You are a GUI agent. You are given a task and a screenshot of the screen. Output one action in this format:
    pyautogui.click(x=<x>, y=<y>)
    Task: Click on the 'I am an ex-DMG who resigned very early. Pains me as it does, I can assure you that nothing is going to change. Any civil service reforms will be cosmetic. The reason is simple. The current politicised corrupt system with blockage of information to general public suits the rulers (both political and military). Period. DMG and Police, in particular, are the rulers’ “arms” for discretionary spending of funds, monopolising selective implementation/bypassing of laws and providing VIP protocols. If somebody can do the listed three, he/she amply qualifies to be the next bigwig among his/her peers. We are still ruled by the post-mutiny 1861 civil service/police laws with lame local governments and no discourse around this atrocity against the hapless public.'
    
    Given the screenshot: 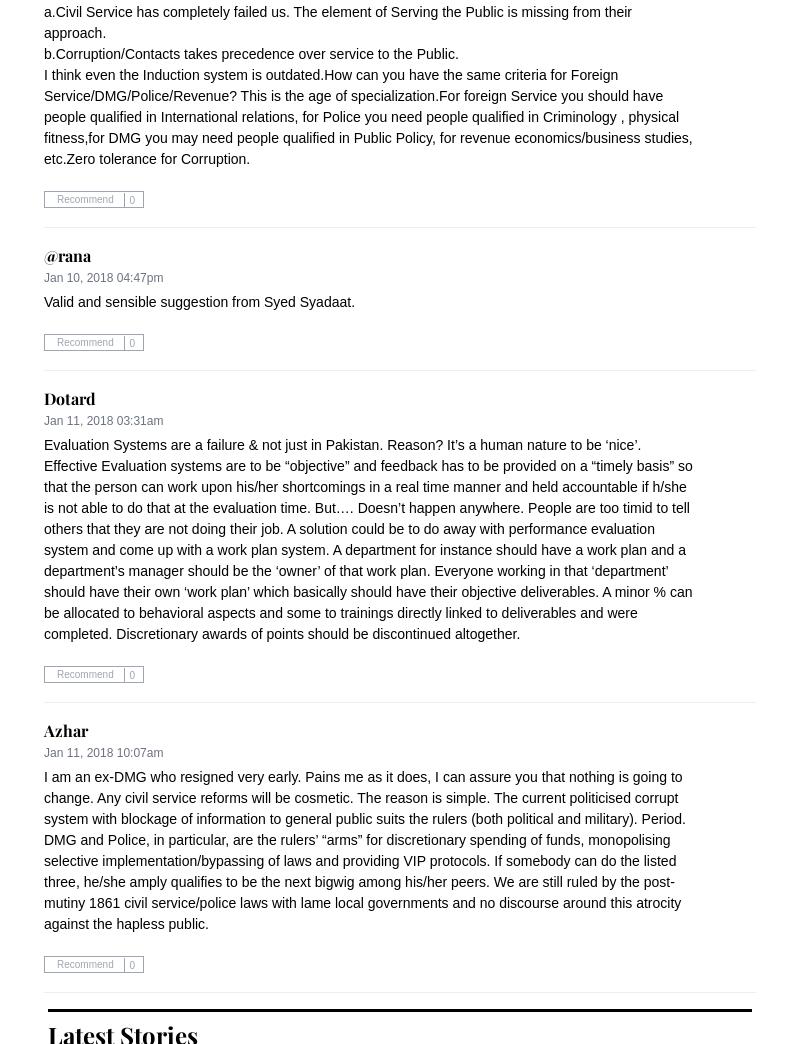 What is the action you would take?
    pyautogui.click(x=366, y=849)
    